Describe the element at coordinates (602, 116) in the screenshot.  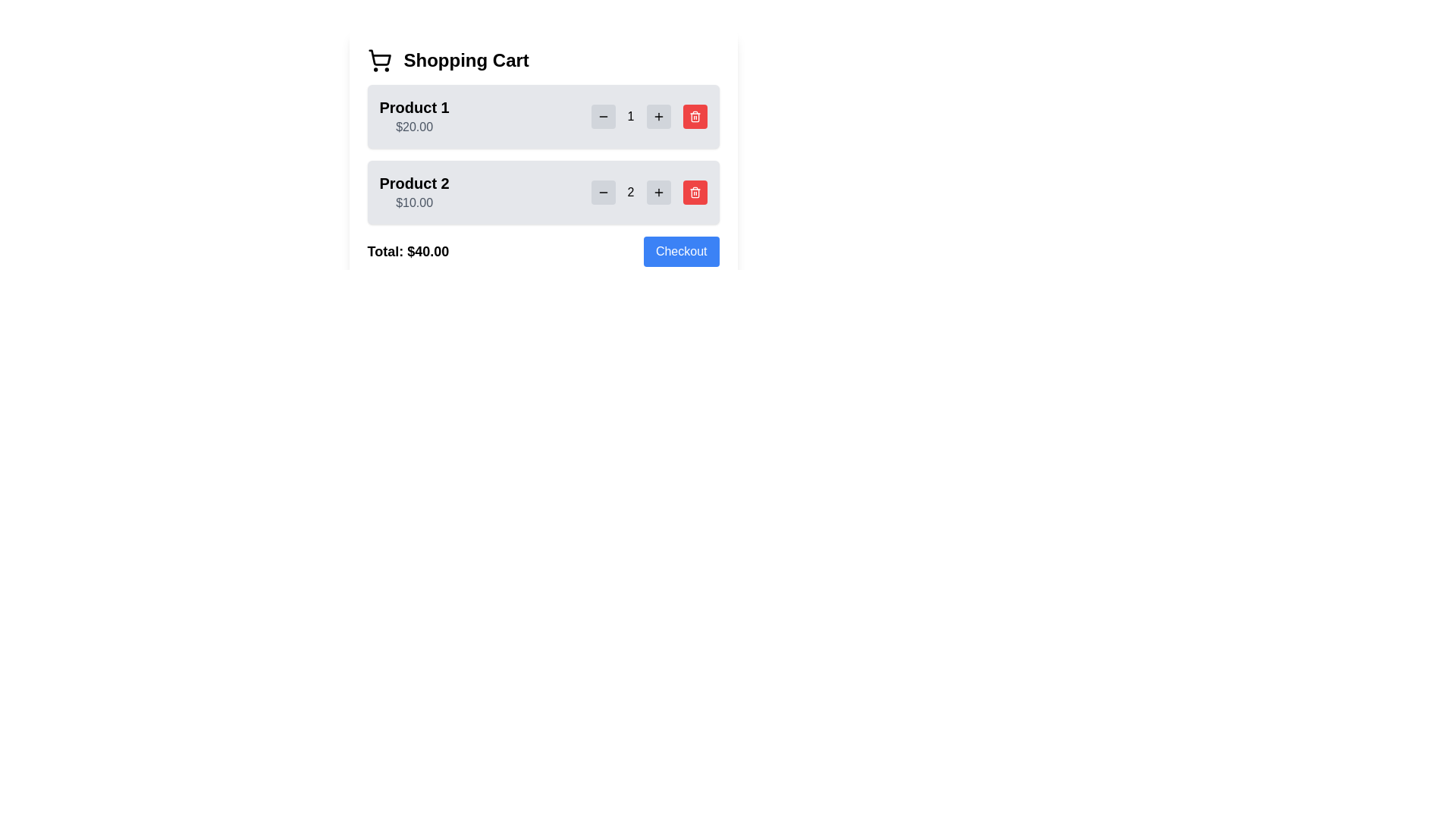
I see `the circular button with a minus sign icon located to the left of the quantity label for 'Product 1' to decrease the quantity` at that location.